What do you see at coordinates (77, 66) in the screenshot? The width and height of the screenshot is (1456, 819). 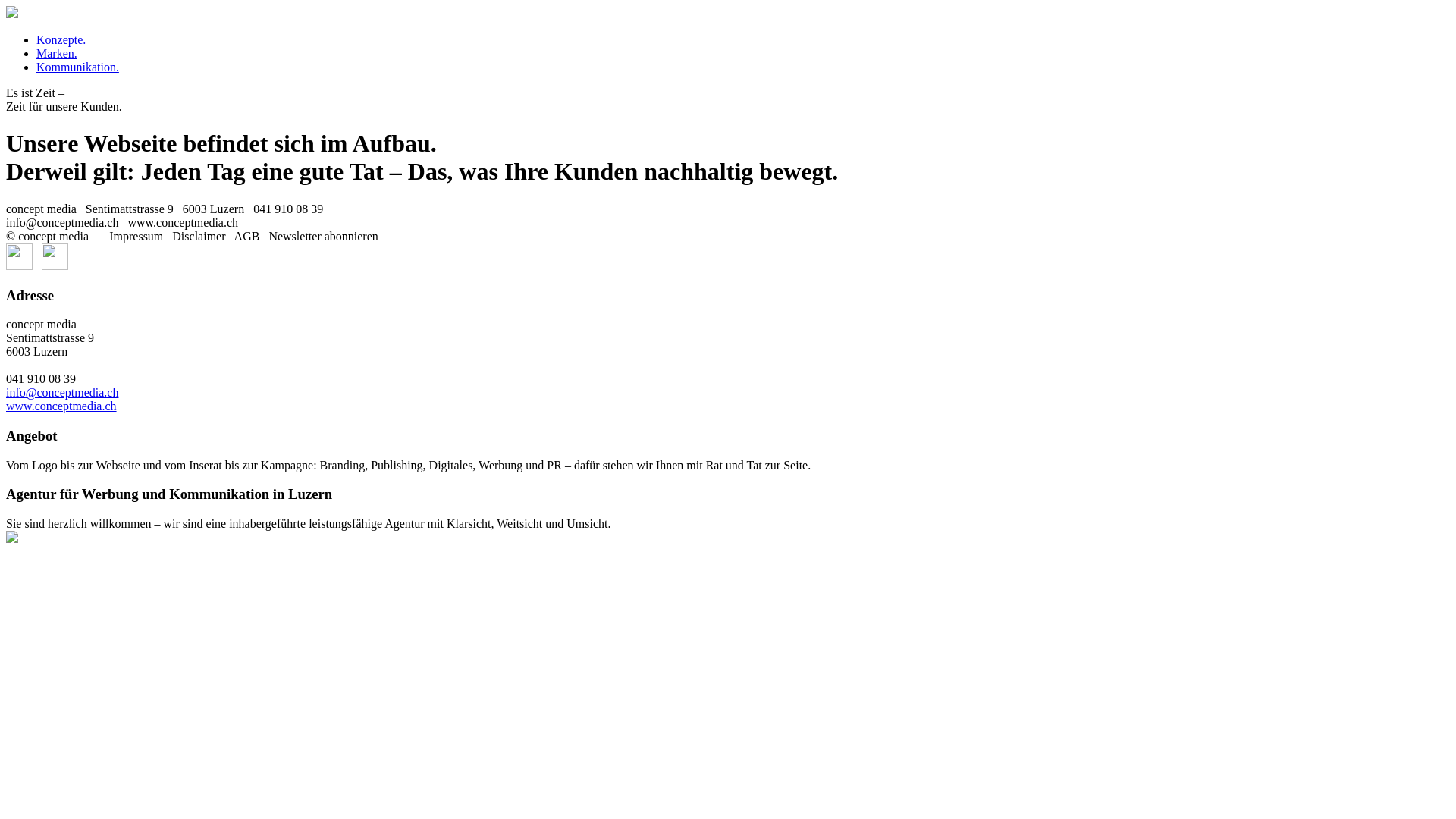 I see `'Kommunikation.'` at bounding box center [77, 66].